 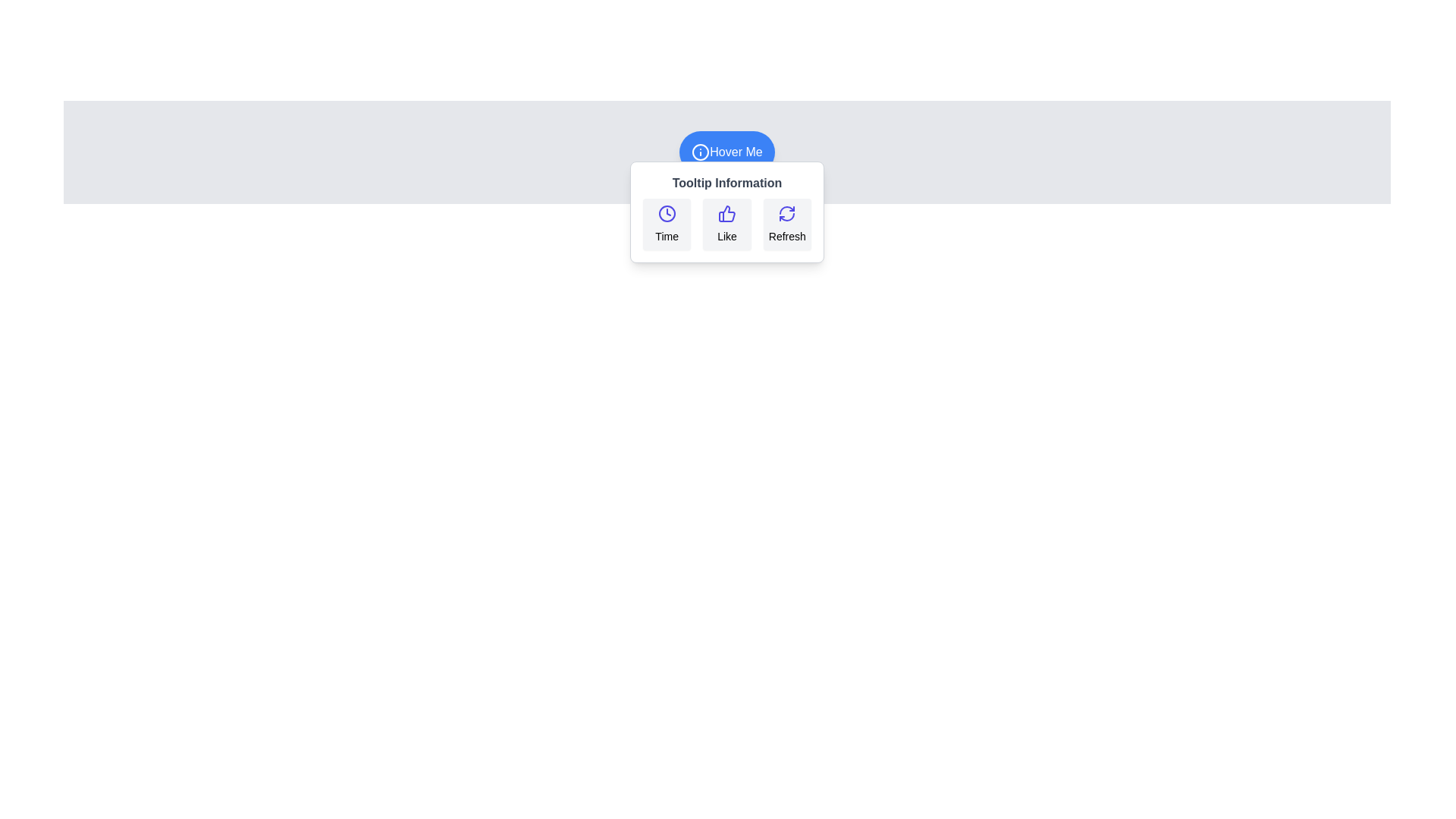 What do you see at coordinates (667, 224) in the screenshot?
I see `the button labeled 'Time' which contains a clock icon with a blue outline to trigger the hover effect` at bounding box center [667, 224].